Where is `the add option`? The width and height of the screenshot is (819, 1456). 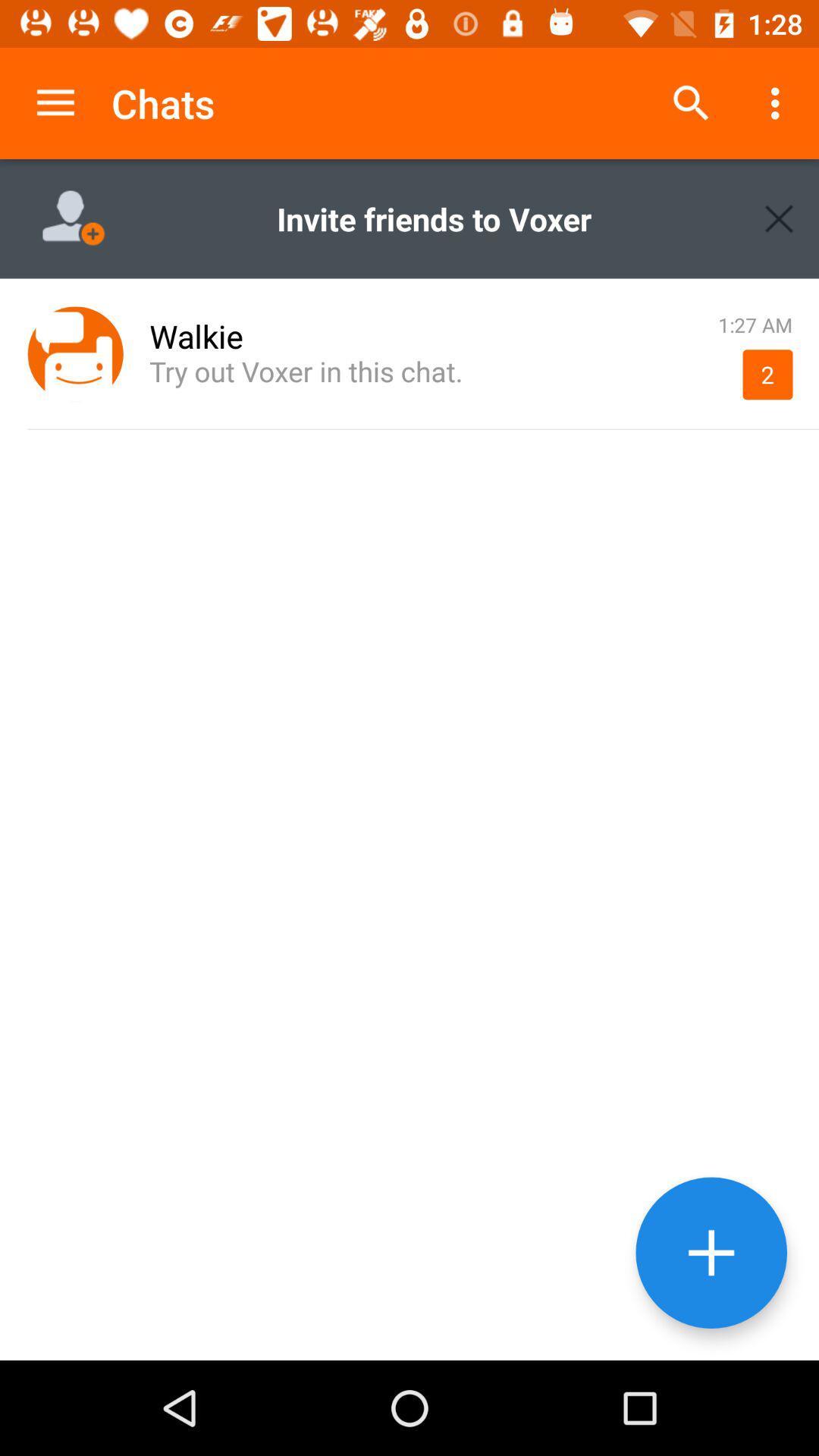 the add option is located at coordinates (711, 1253).